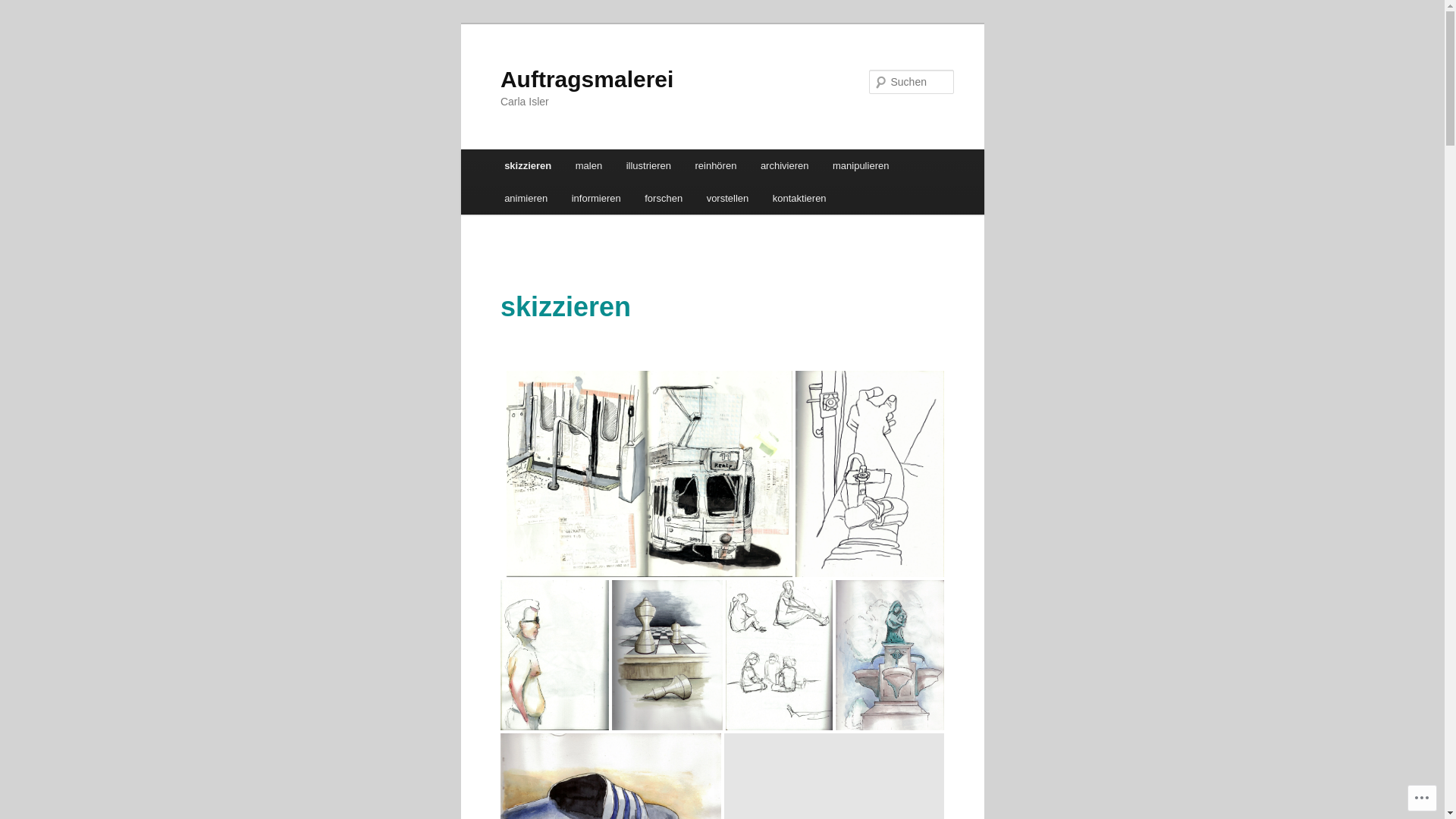 The height and width of the screenshot is (819, 1456). Describe the element at coordinates (726, 197) in the screenshot. I see `'vorstellen'` at that location.